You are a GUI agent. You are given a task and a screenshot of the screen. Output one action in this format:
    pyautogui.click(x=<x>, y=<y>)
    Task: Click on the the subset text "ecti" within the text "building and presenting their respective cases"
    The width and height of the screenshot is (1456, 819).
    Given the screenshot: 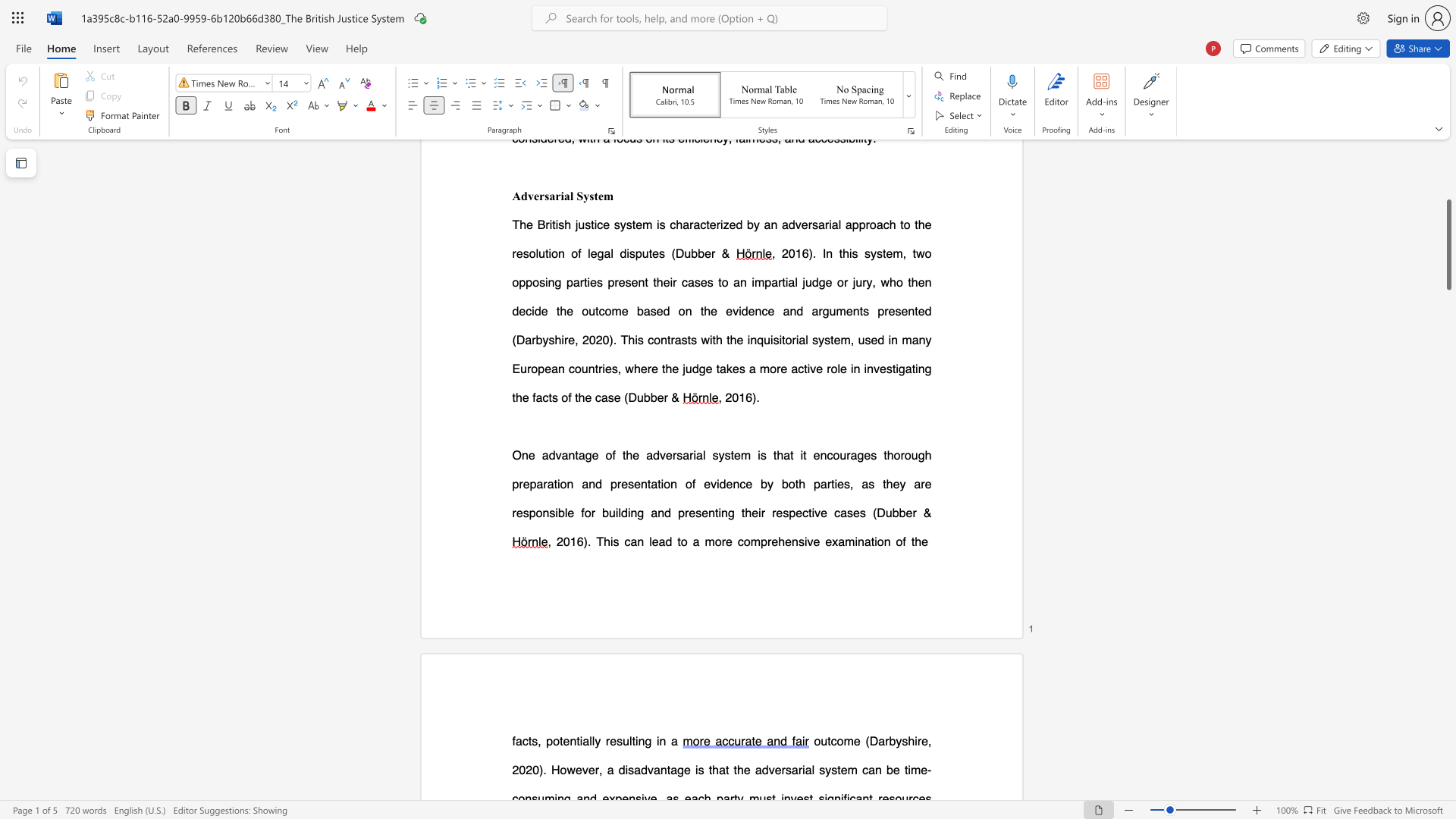 What is the action you would take?
    pyautogui.click(x=795, y=512)
    